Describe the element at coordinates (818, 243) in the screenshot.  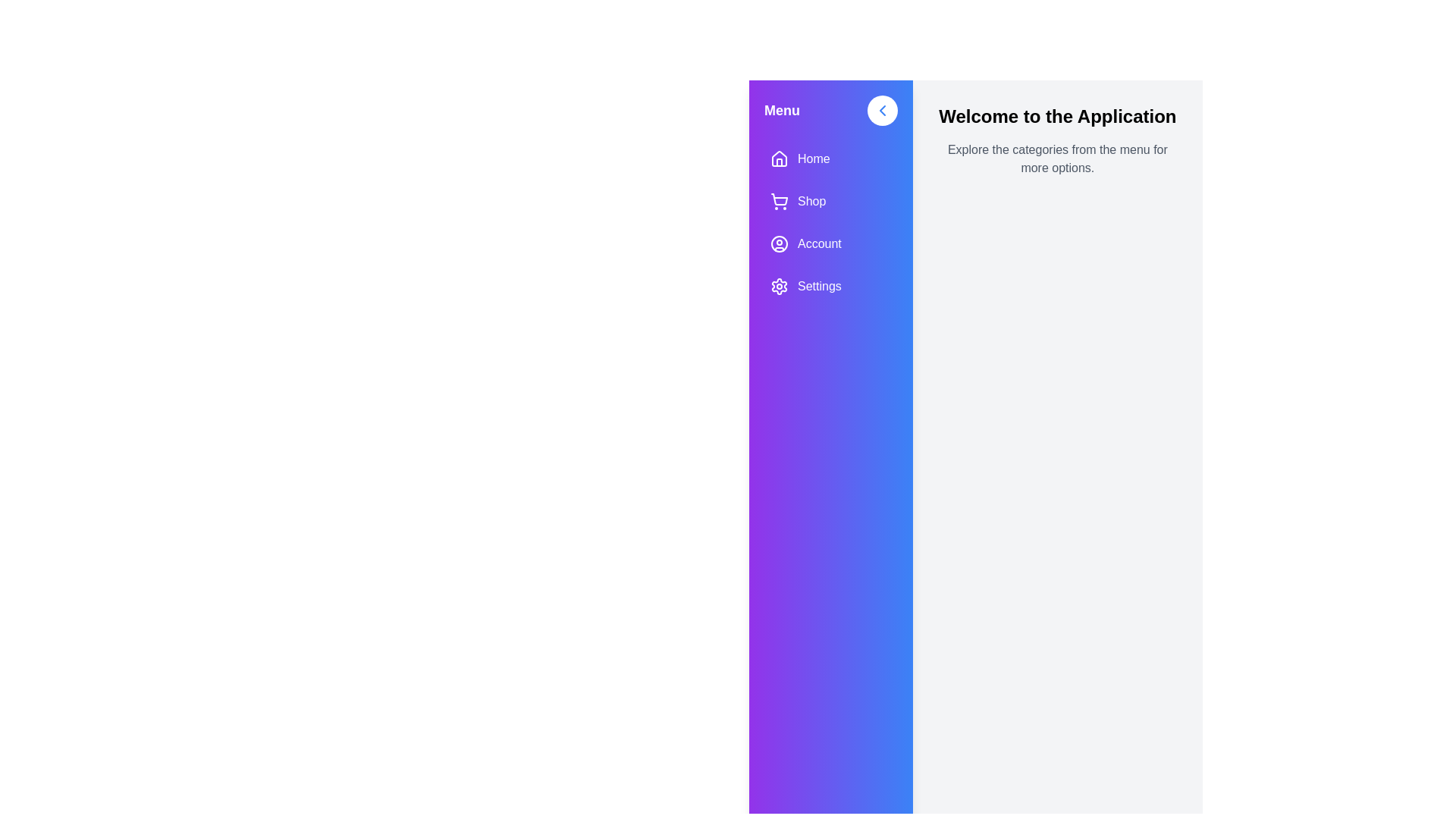
I see `text of the 'Account' label in the vertical navigation menu, which is the third item from the top, providing a descriptor for the account page` at that location.